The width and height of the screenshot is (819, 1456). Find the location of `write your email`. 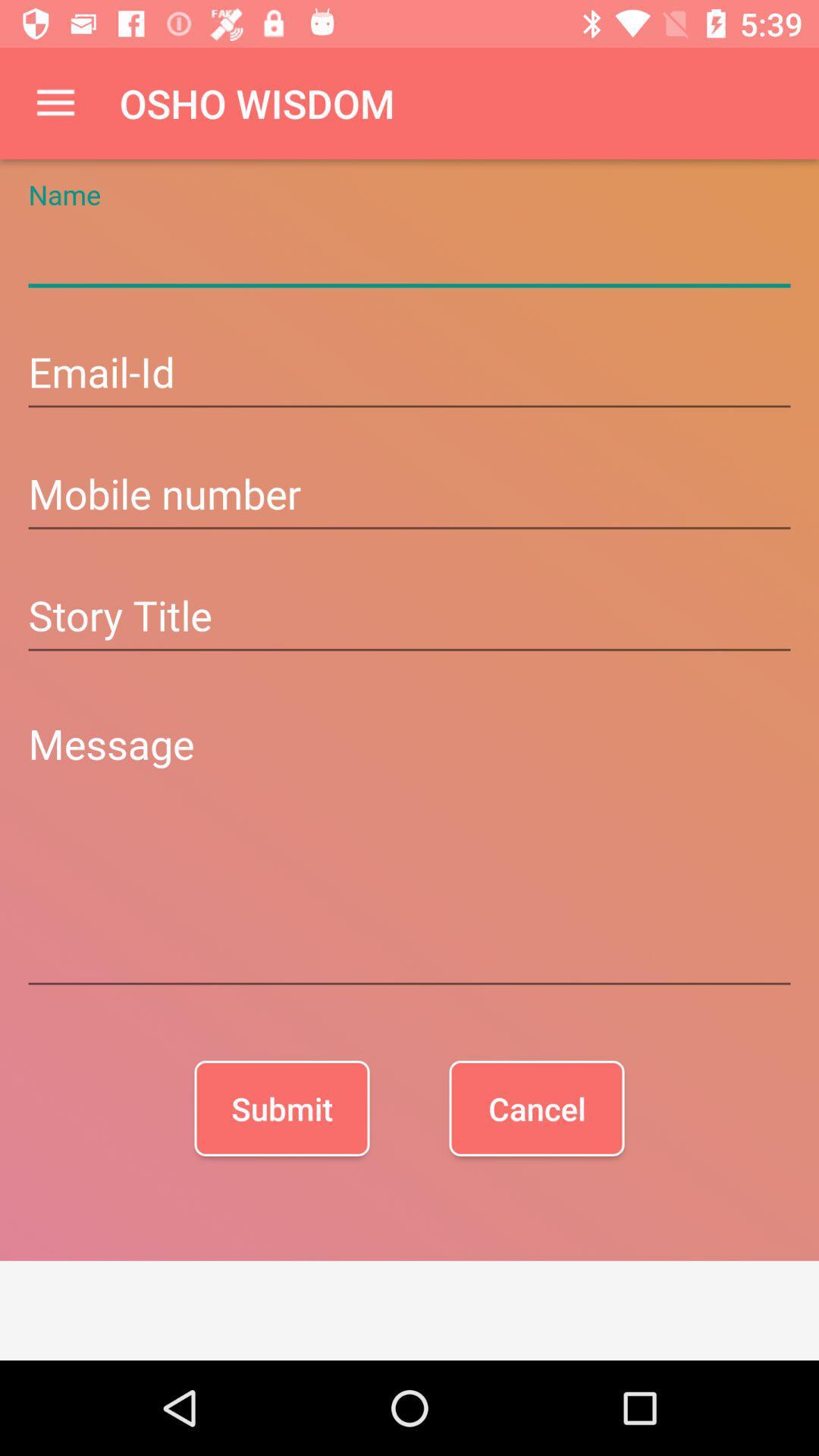

write your email is located at coordinates (409, 375).